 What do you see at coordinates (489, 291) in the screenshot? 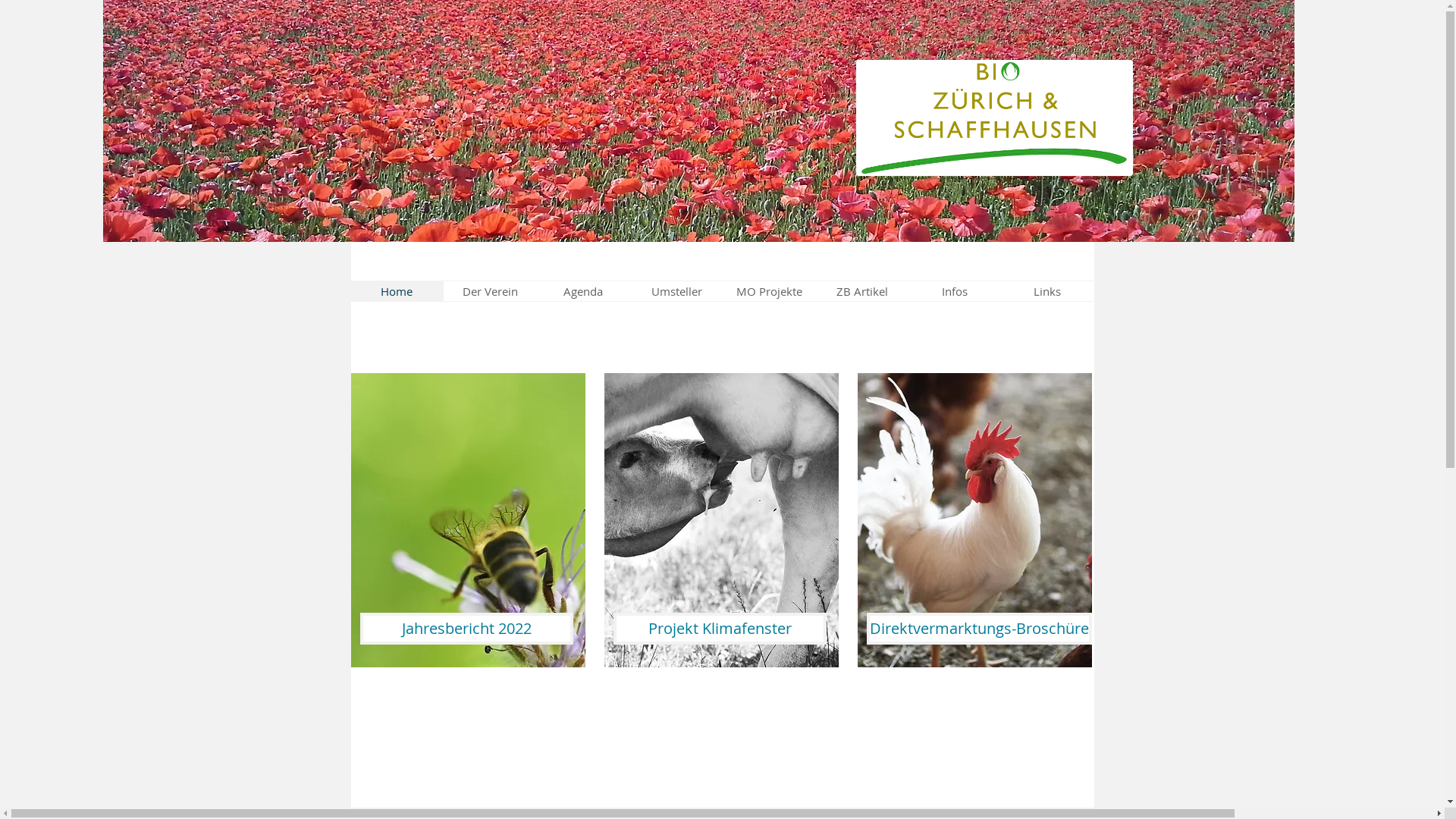
I see `'Der Verein'` at bounding box center [489, 291].